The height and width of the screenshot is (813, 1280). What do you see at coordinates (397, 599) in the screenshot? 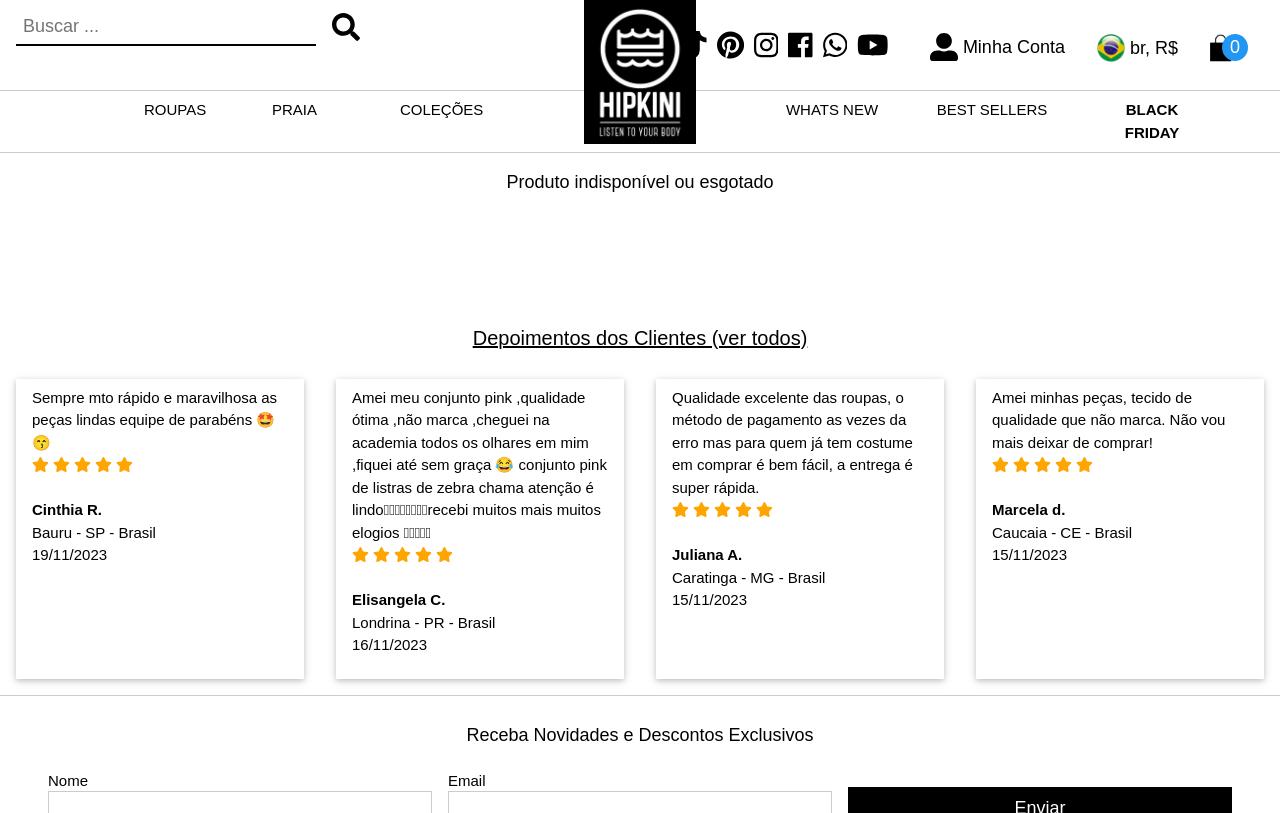
I see `'Elisangela C.'` at bounding box center [397, 599].